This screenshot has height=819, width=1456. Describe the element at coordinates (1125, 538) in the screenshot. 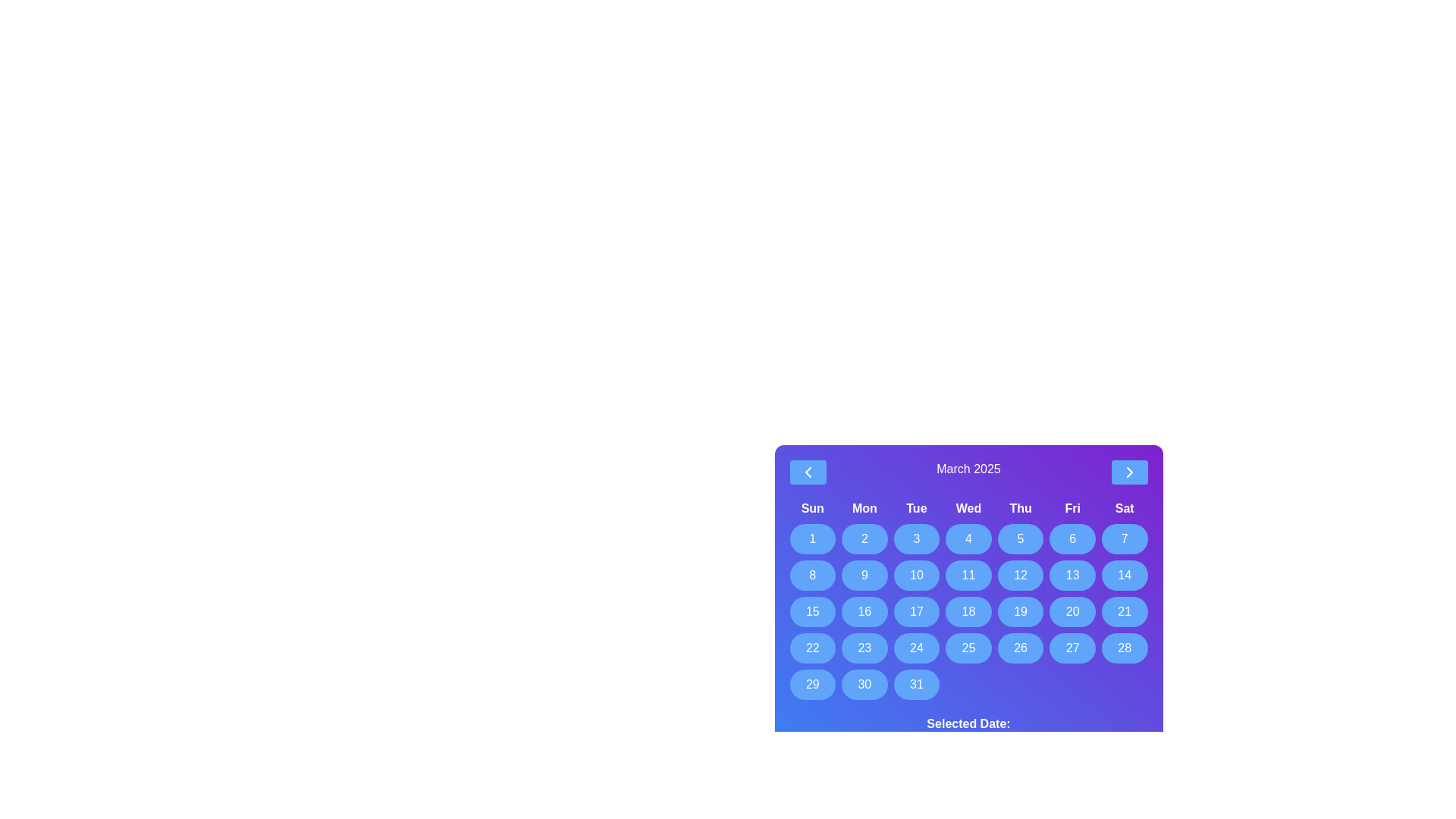

I see `the blue rounded rectangular button labeled '7'` at that location.